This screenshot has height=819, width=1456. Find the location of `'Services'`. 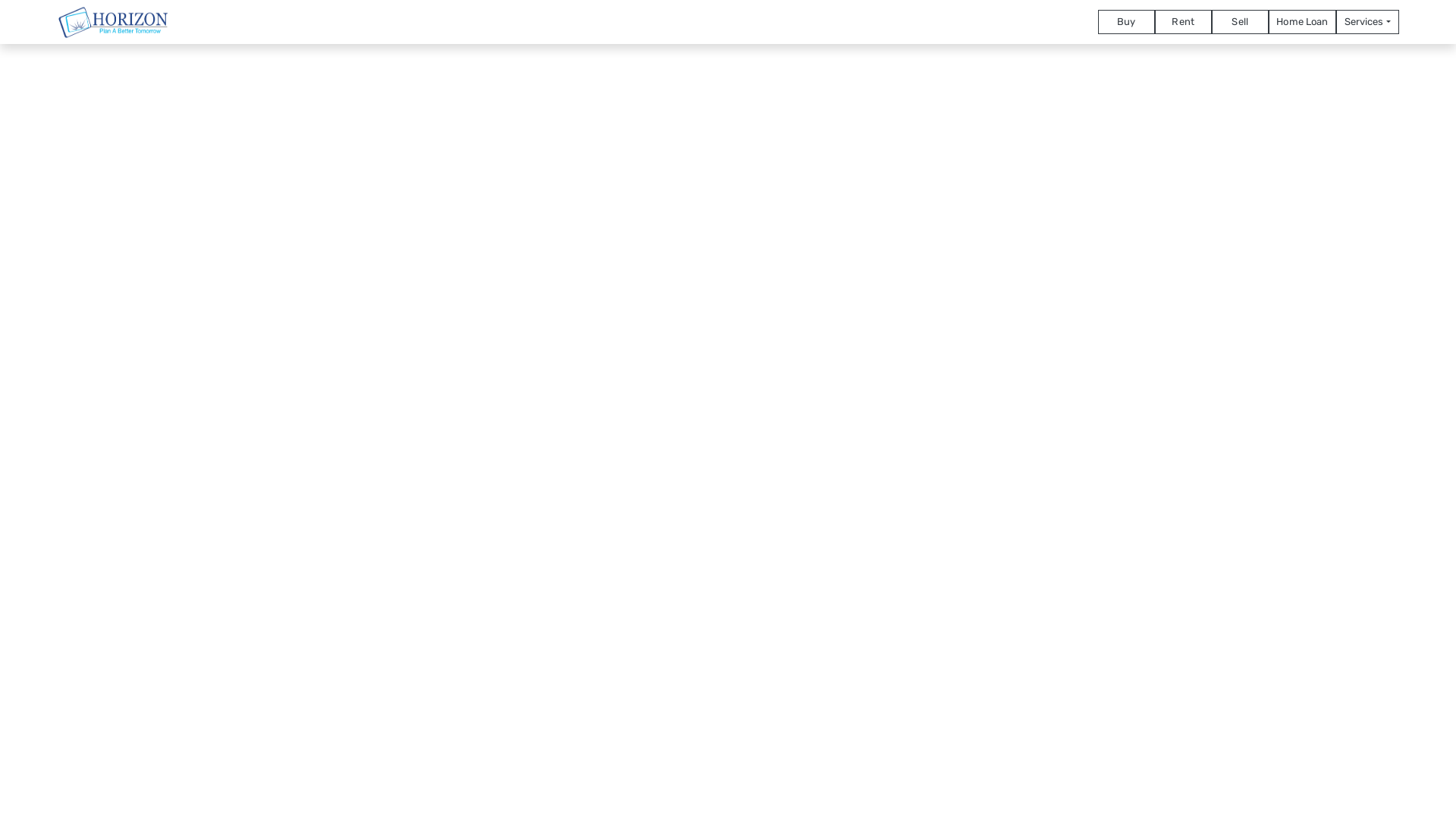

'Services' is located at coordinates (1367, 21).